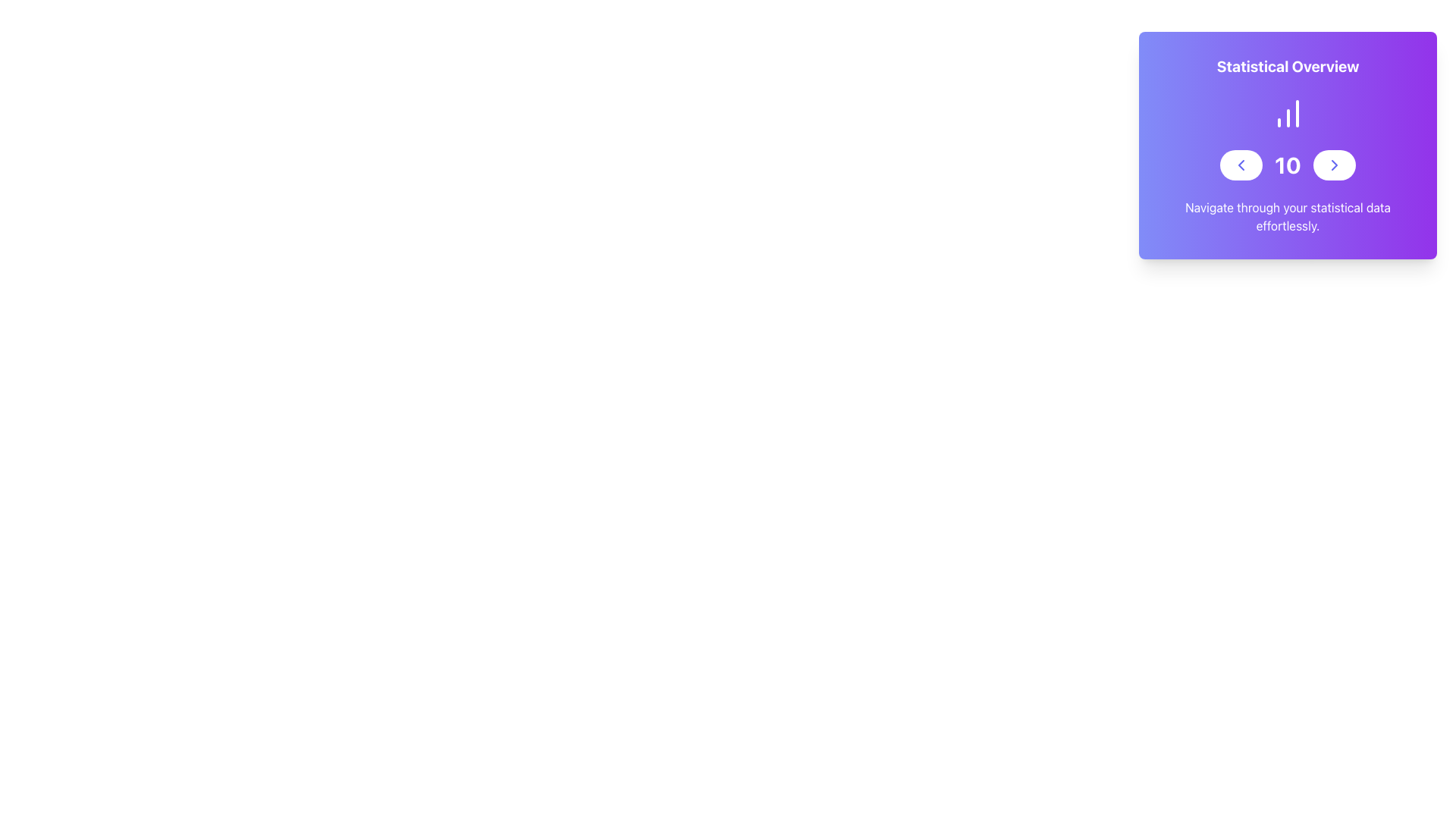 The image size is (1456, 819). Describe the element at coordinates (1241, 165) in the screenshot. I see `the navigation button SVG Icon located on the left side of the two buttons within the 'Statistical Overview' panel` at that location.